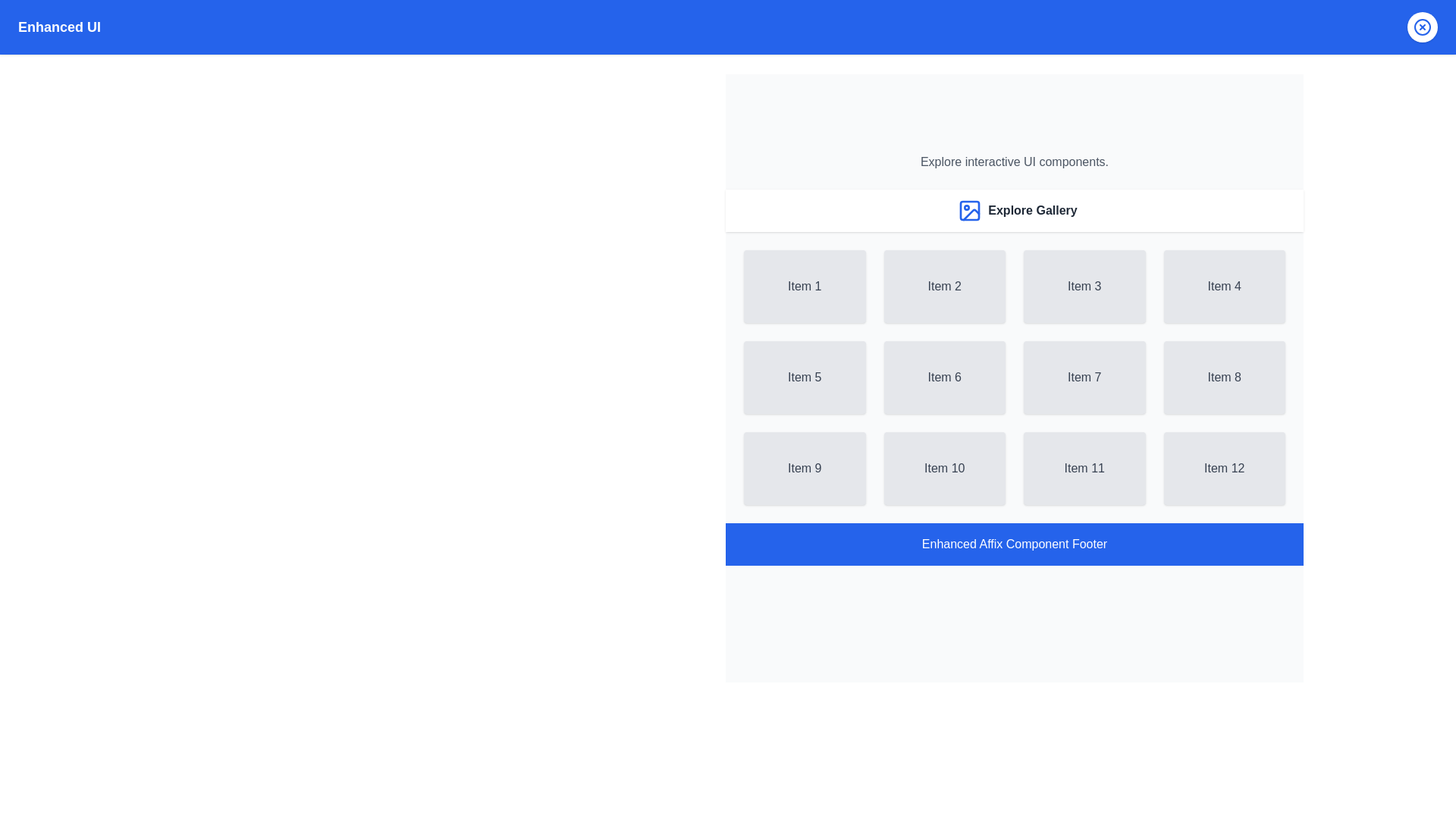 Image resolution: width=1456 pixels, height=819 pixels. What do you see at coordinates (1015, 210) in the screenshot?
I see `the 'Explore Gallery' button located at the top section of the interface` at bounding box center [1015, 210].